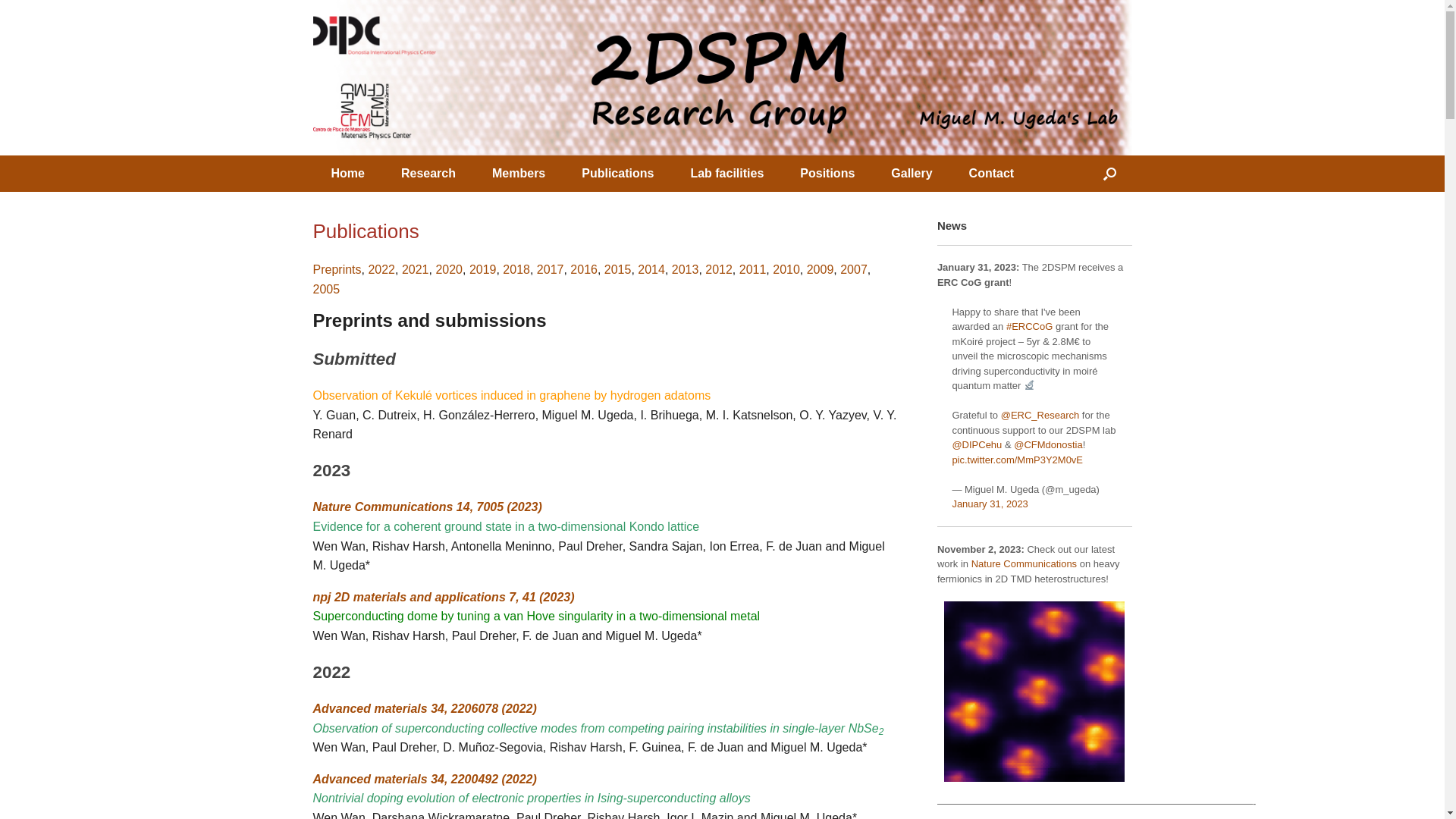  What do you see at coordinates (1024, 563) in the screenshot?
I see `'Nature Communications'` at bounding box center [1024, 563].